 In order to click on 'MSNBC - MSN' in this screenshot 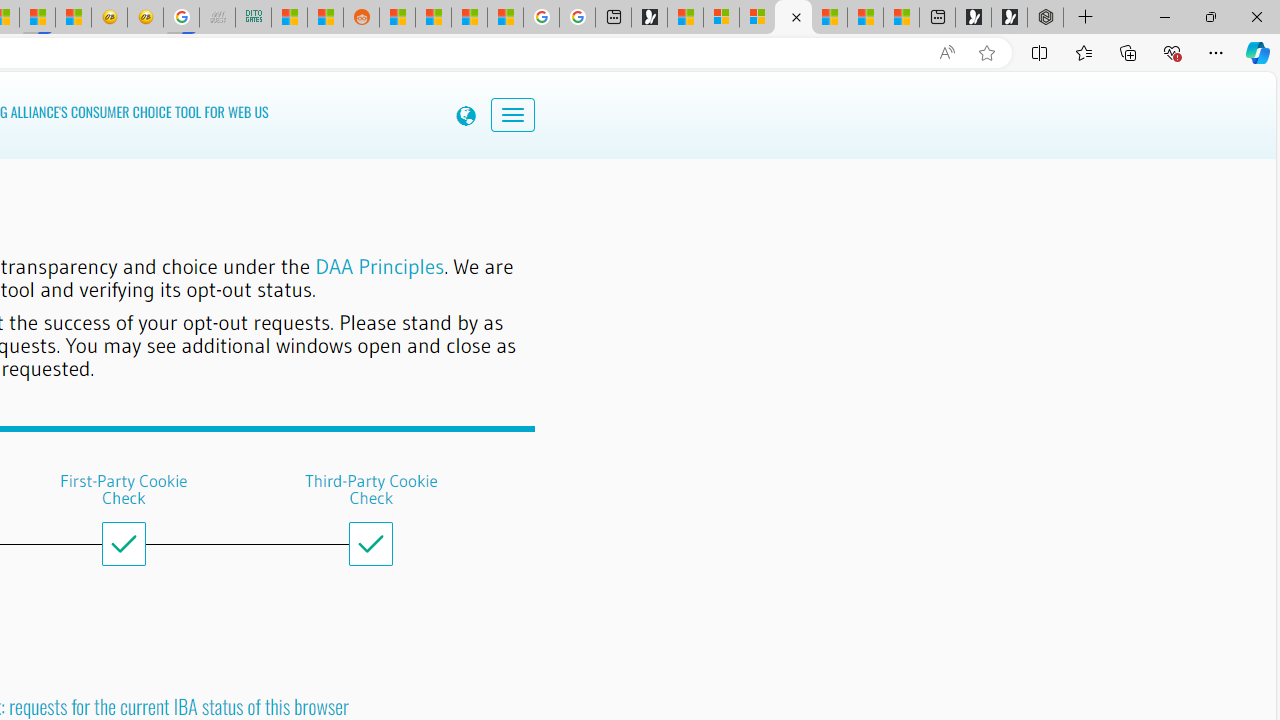, I will do `click(288, 17)`.